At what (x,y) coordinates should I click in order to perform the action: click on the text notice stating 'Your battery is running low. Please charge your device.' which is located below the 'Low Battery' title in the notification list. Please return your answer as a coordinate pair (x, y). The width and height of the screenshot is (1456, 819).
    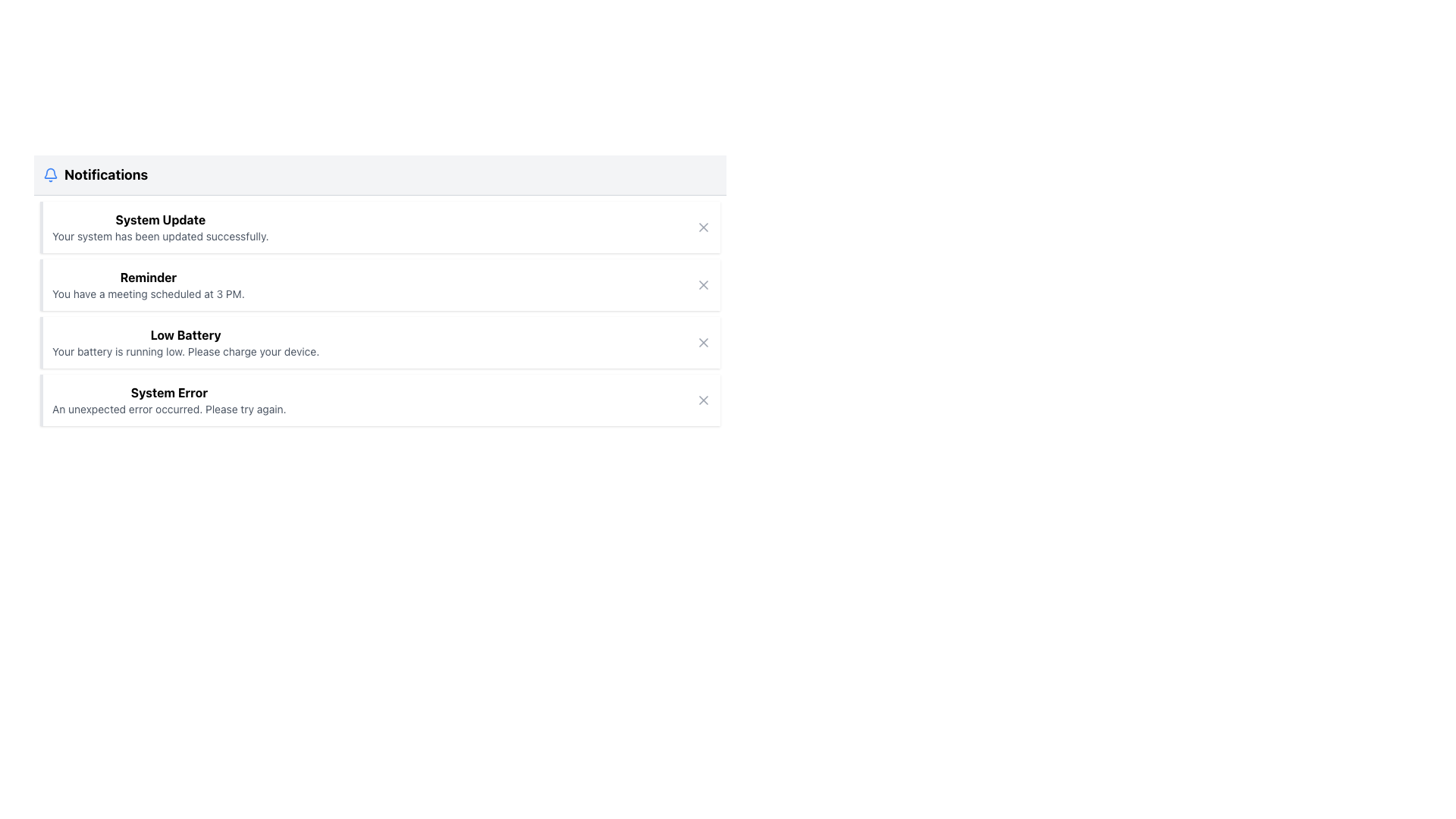
    Looking at the image, I should click on (185, 351).